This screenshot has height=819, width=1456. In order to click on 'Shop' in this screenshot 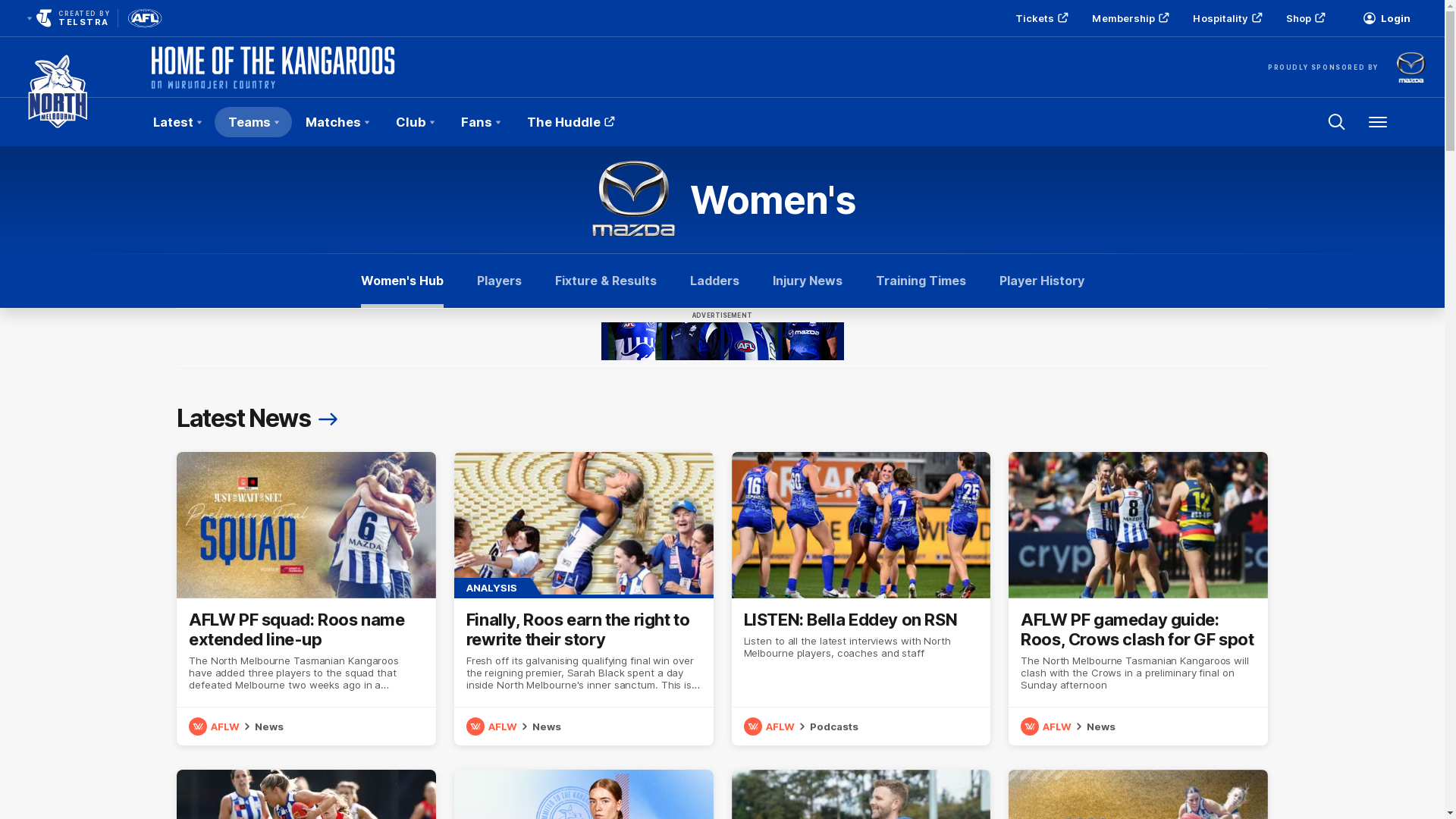, I will do `click(1303, 17)`.